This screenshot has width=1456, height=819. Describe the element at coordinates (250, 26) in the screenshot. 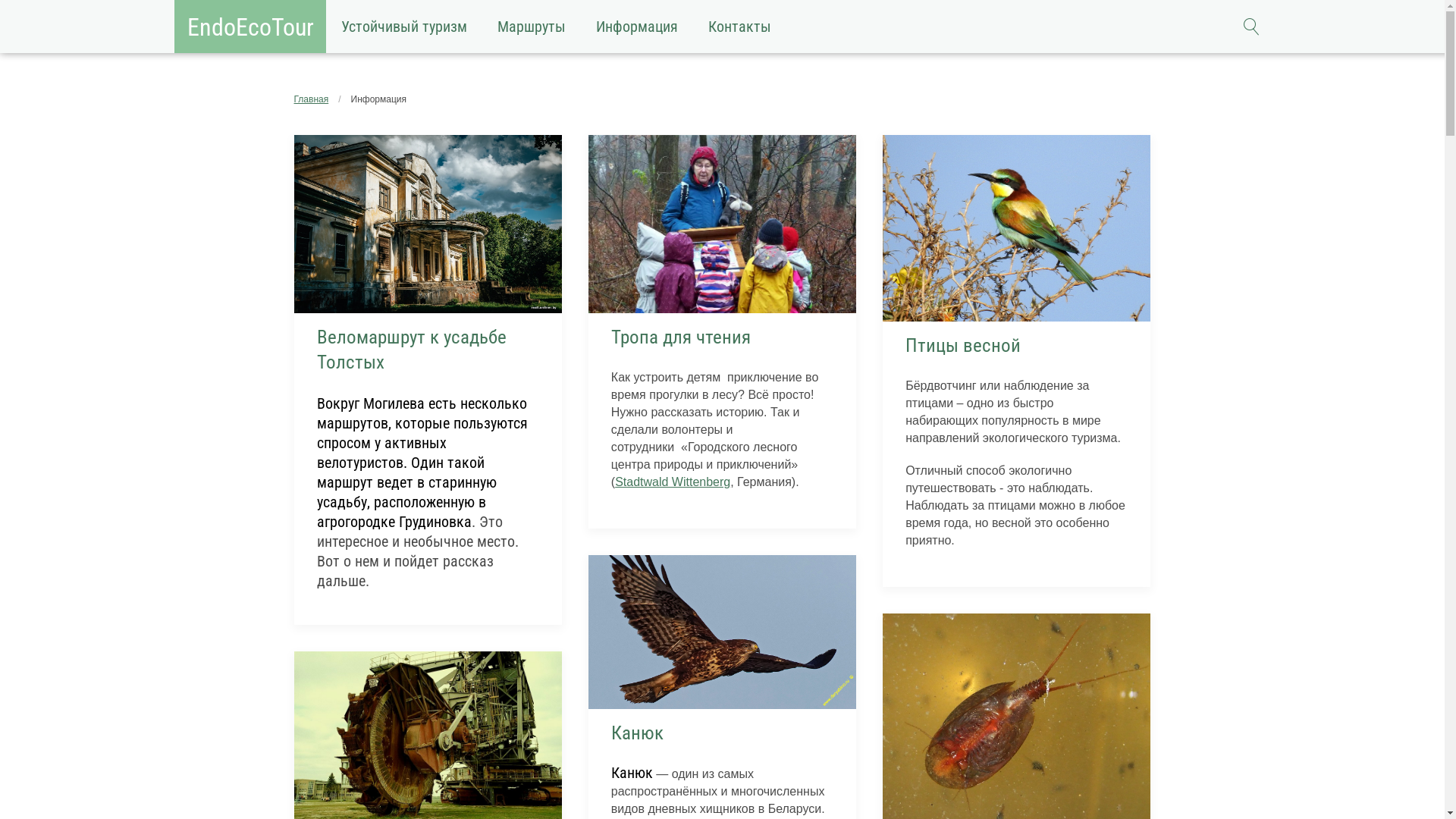

I see `'EndoEcoTour'` at that location.